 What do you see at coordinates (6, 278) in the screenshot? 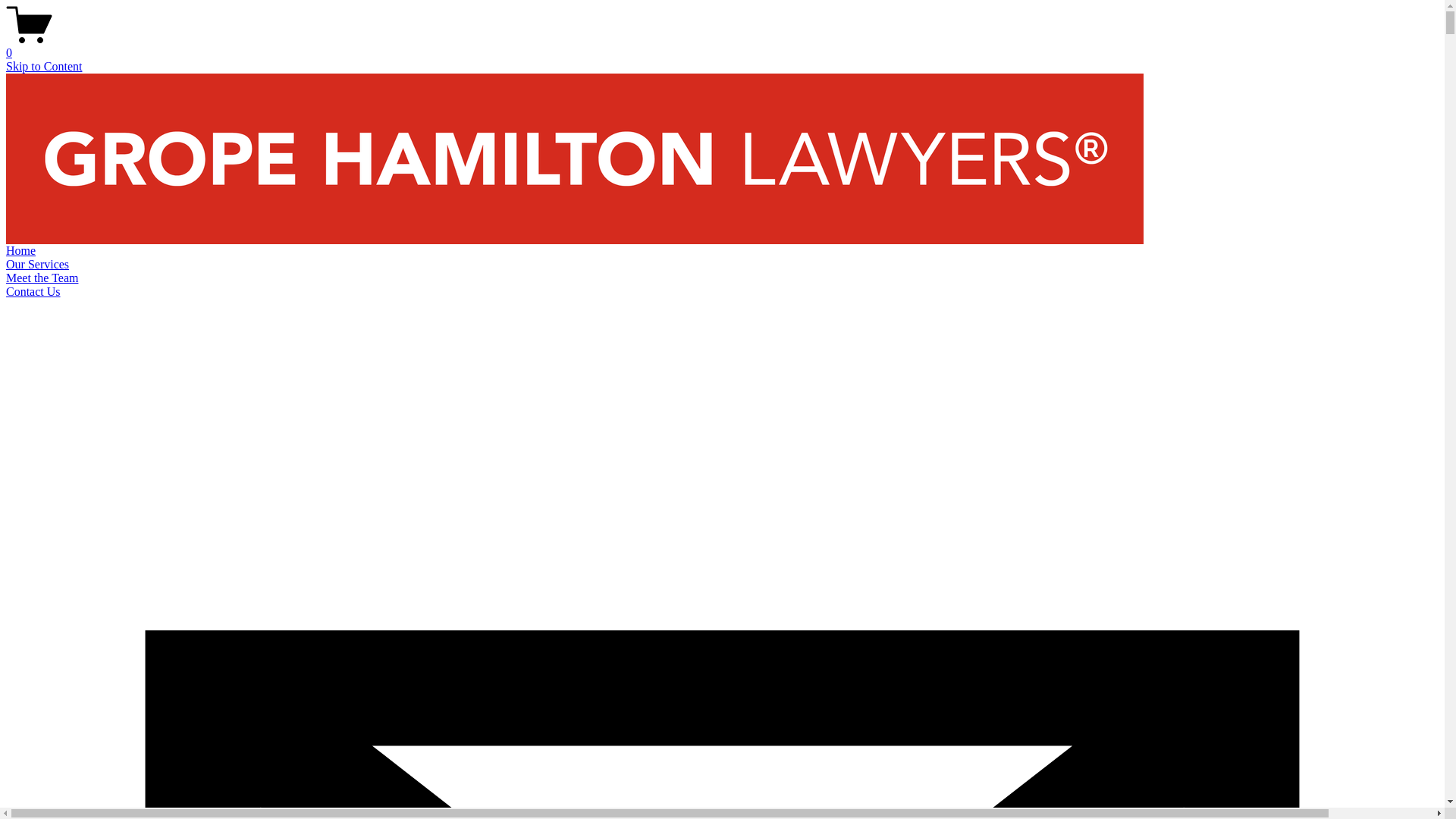
I see `'Meet the Team'` at bounding box center [6, 278].